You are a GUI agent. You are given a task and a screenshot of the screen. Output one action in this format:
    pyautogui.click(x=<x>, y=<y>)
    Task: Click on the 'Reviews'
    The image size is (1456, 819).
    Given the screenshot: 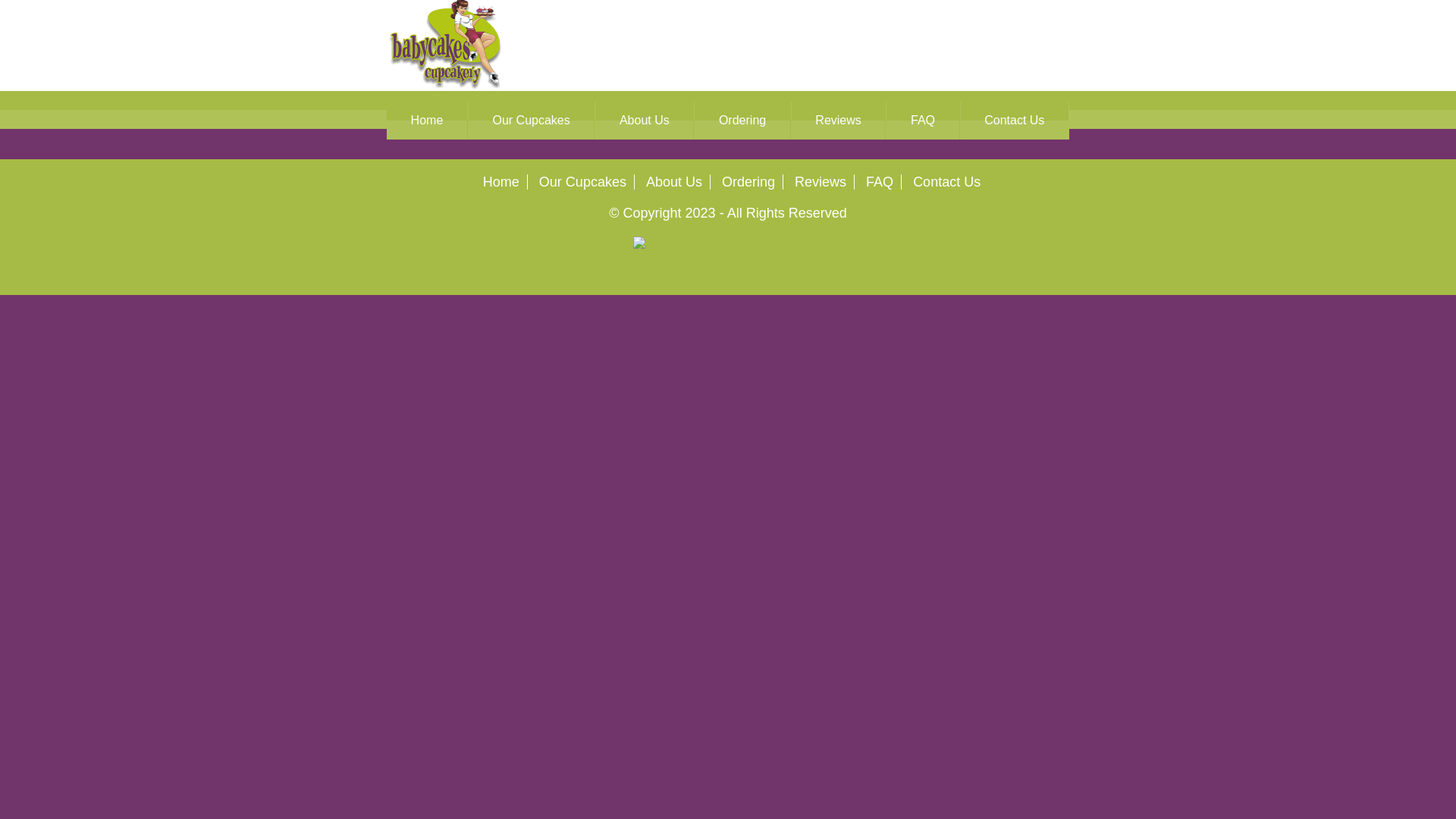 What is the action you would take?
    pyautogui.click(x=837, y=119)
    